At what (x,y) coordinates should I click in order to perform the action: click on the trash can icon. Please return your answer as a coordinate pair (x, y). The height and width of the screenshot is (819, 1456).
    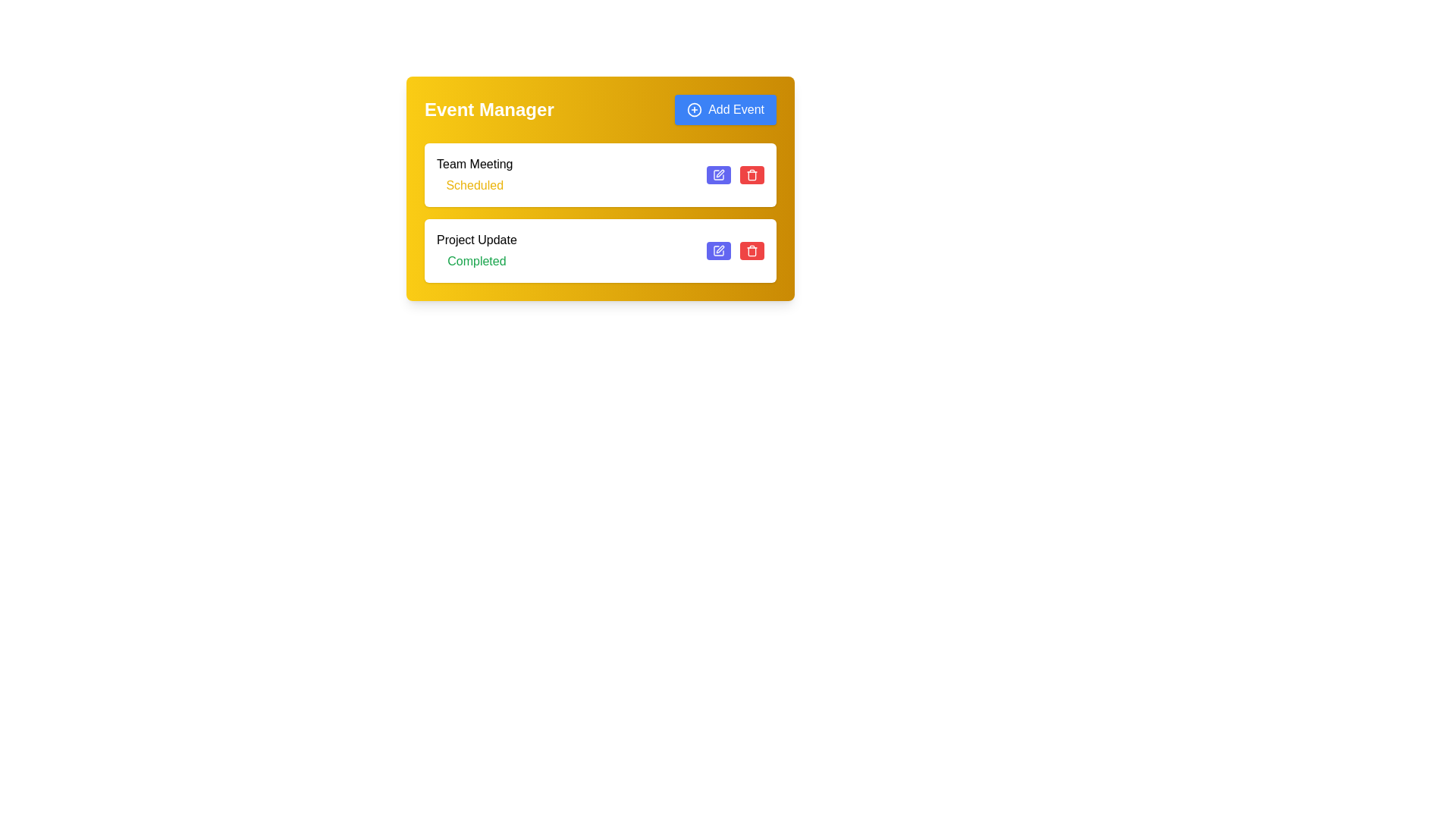
    Looking at the image, I should click on (752, 250).